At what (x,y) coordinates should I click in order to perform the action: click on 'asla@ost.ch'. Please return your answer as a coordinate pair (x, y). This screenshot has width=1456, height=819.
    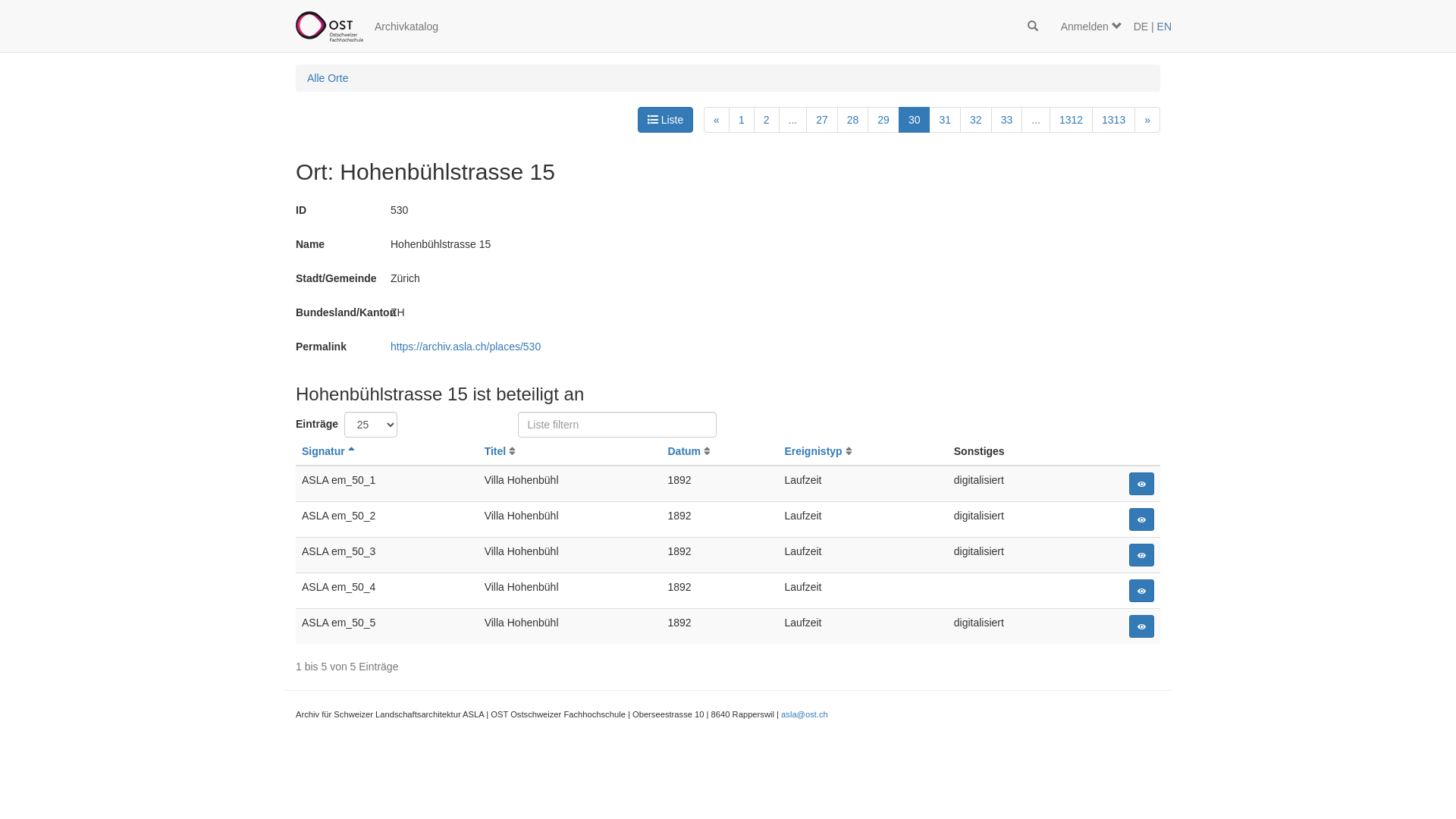
    Looking at the image, I should click on (803, 714).